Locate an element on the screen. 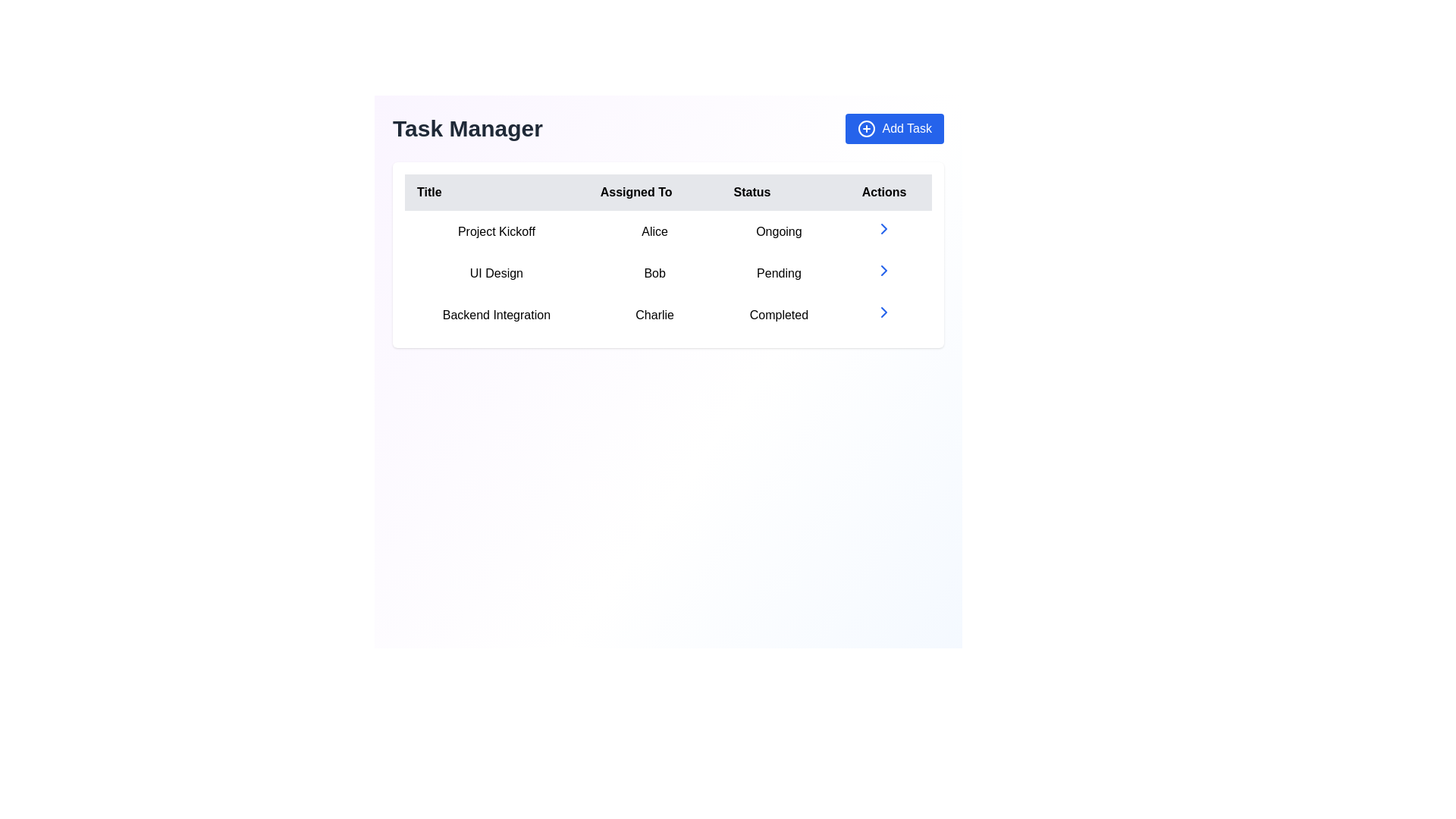  the 'Add Task' button located at the top-right corner of the 'Task Manager' header to observe its interactive styling is located at coordinates (895, 127).